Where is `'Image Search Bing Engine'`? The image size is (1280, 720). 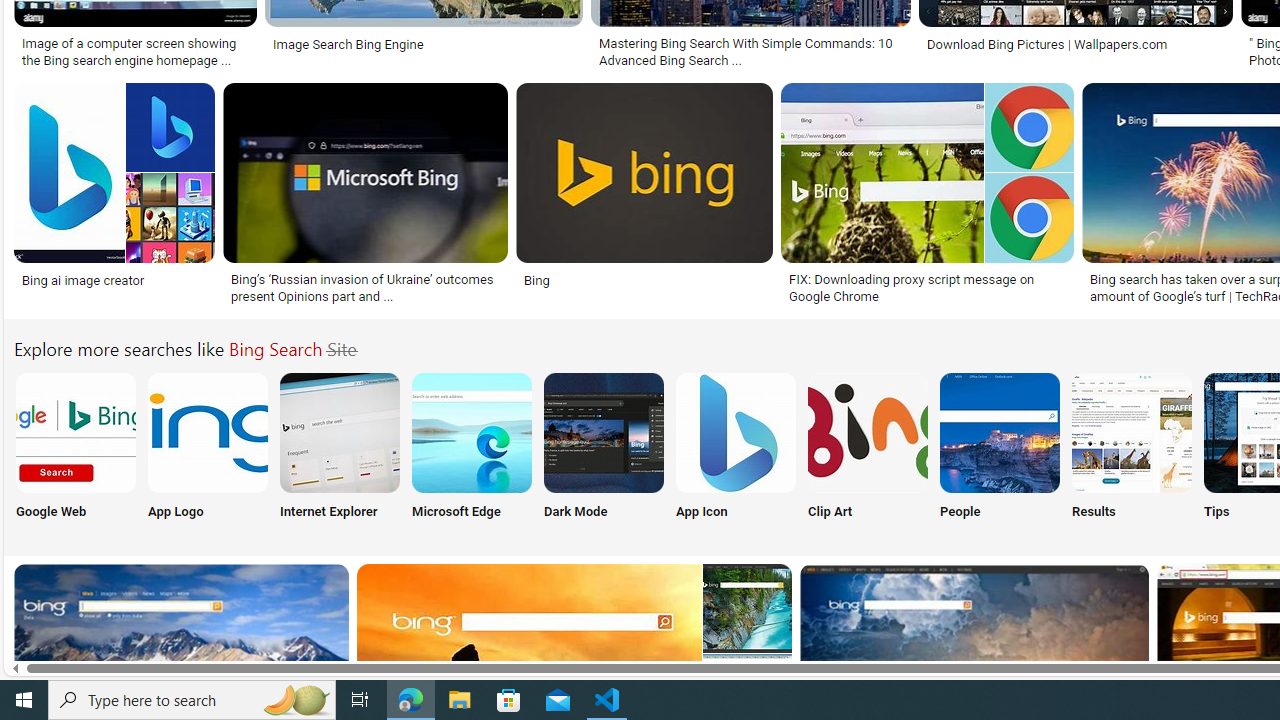 'Image Search Bing Engine' is located at coordinates (422, 44).